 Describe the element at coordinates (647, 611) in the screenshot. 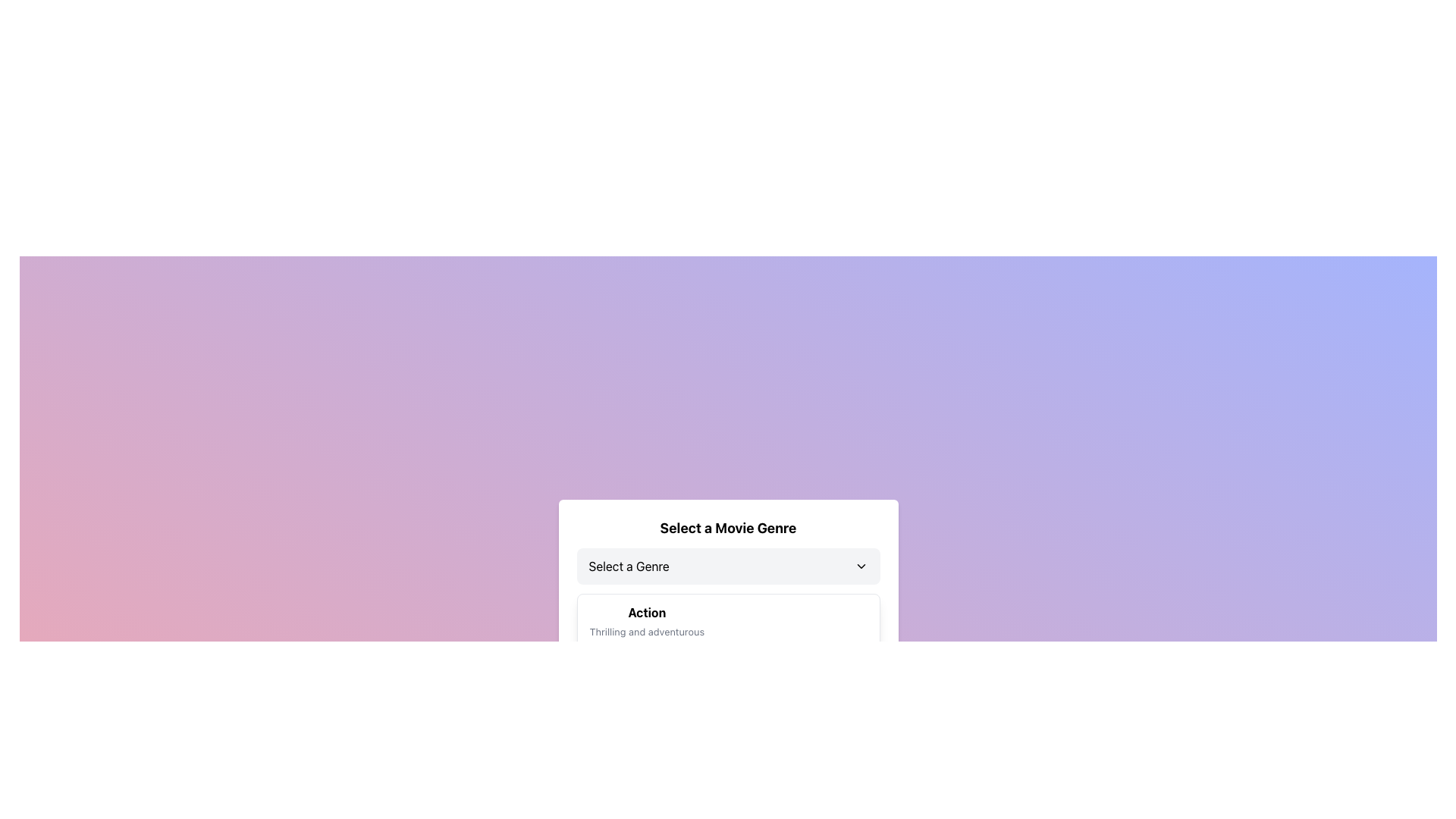

I see `the text label element that displays the word 'Action', which is bold and aligned to the left within its dropdown menu area` at that location.